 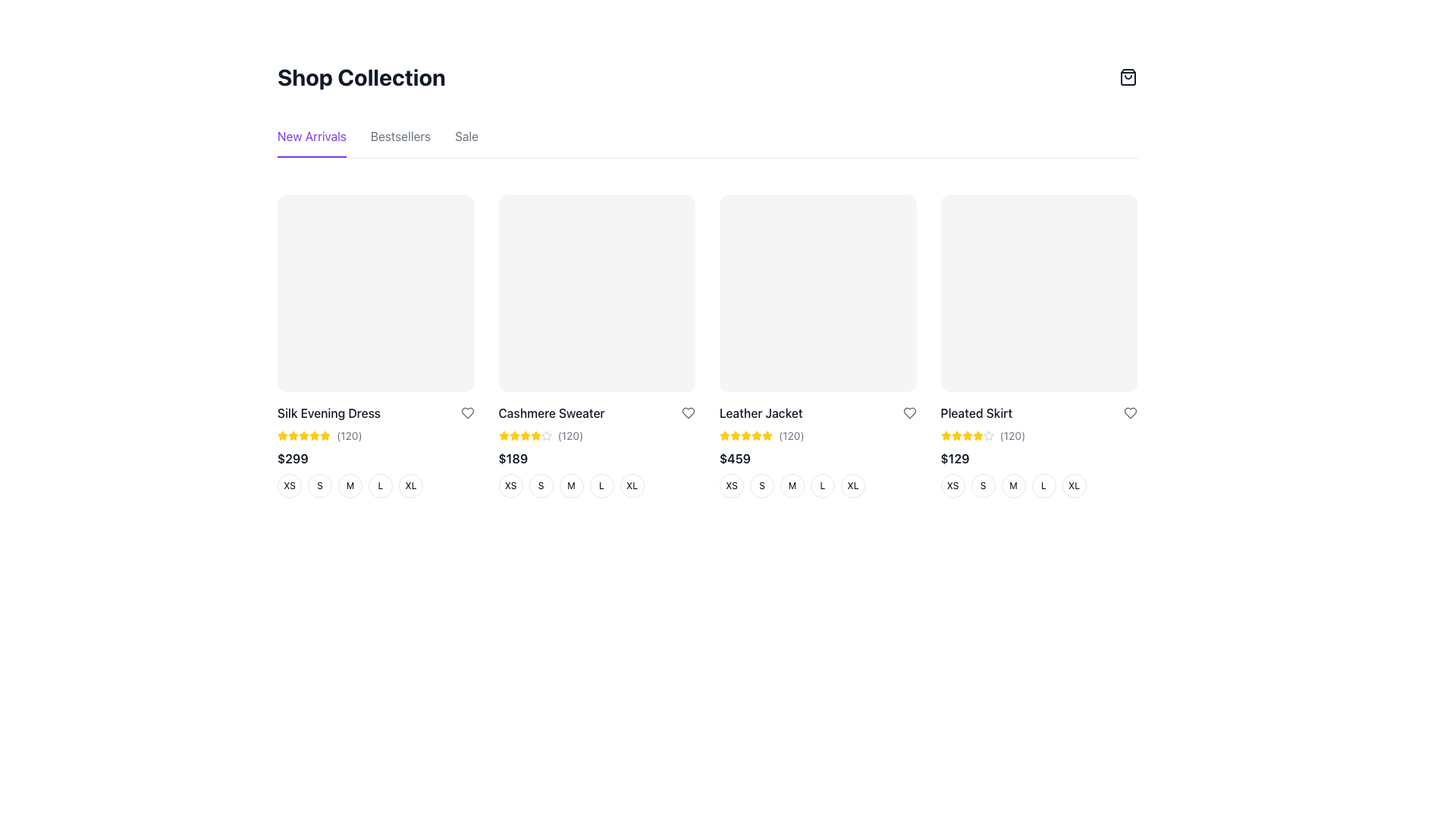 What do you see at coordinates (546, 435) in the screenshot?
I see `the second unfilled gray star icon` at bounding box center [546, 435].